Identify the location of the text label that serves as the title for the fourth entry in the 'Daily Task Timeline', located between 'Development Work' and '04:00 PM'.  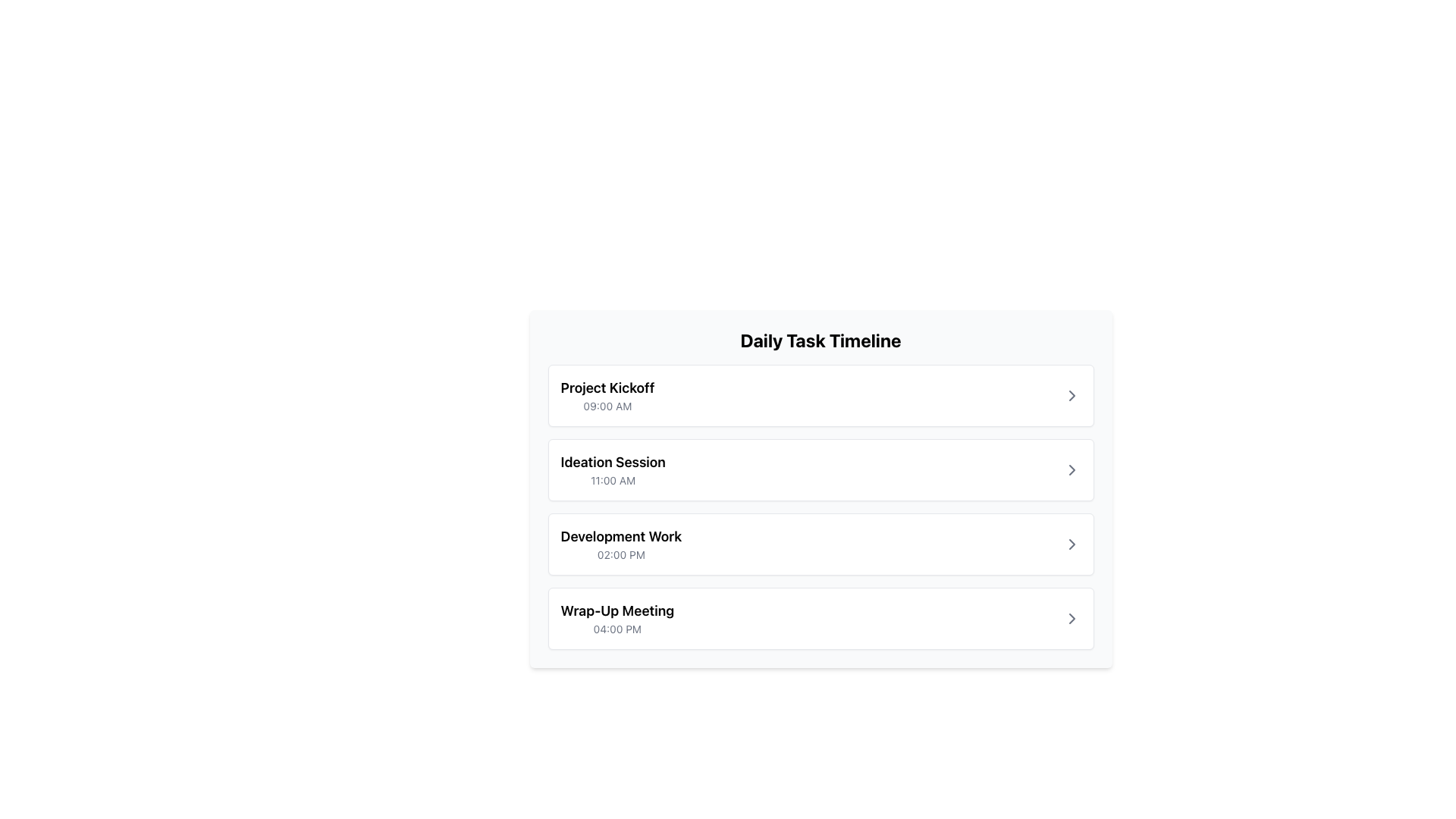
(617, 610).